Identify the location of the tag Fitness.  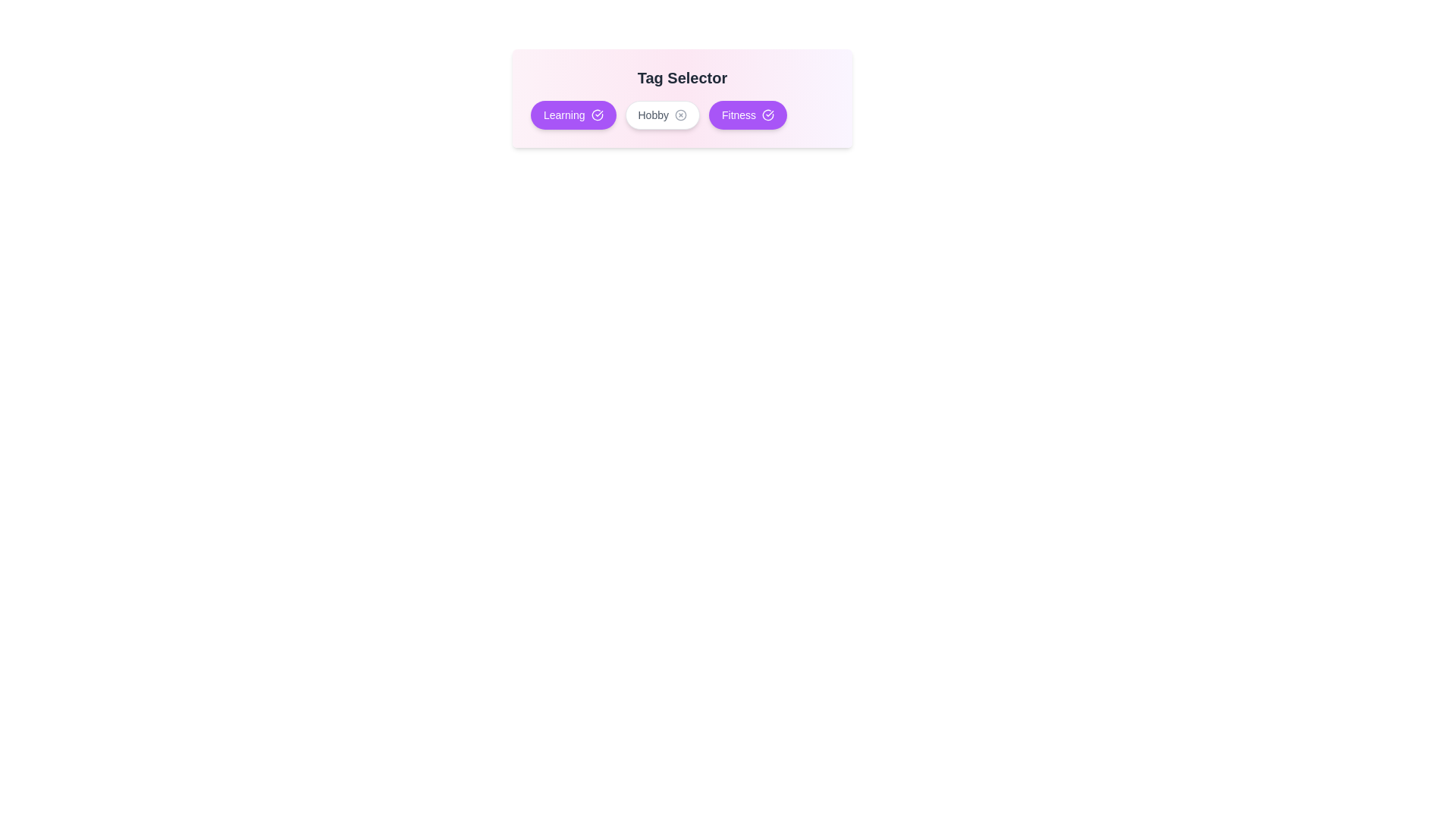
(748, 114).